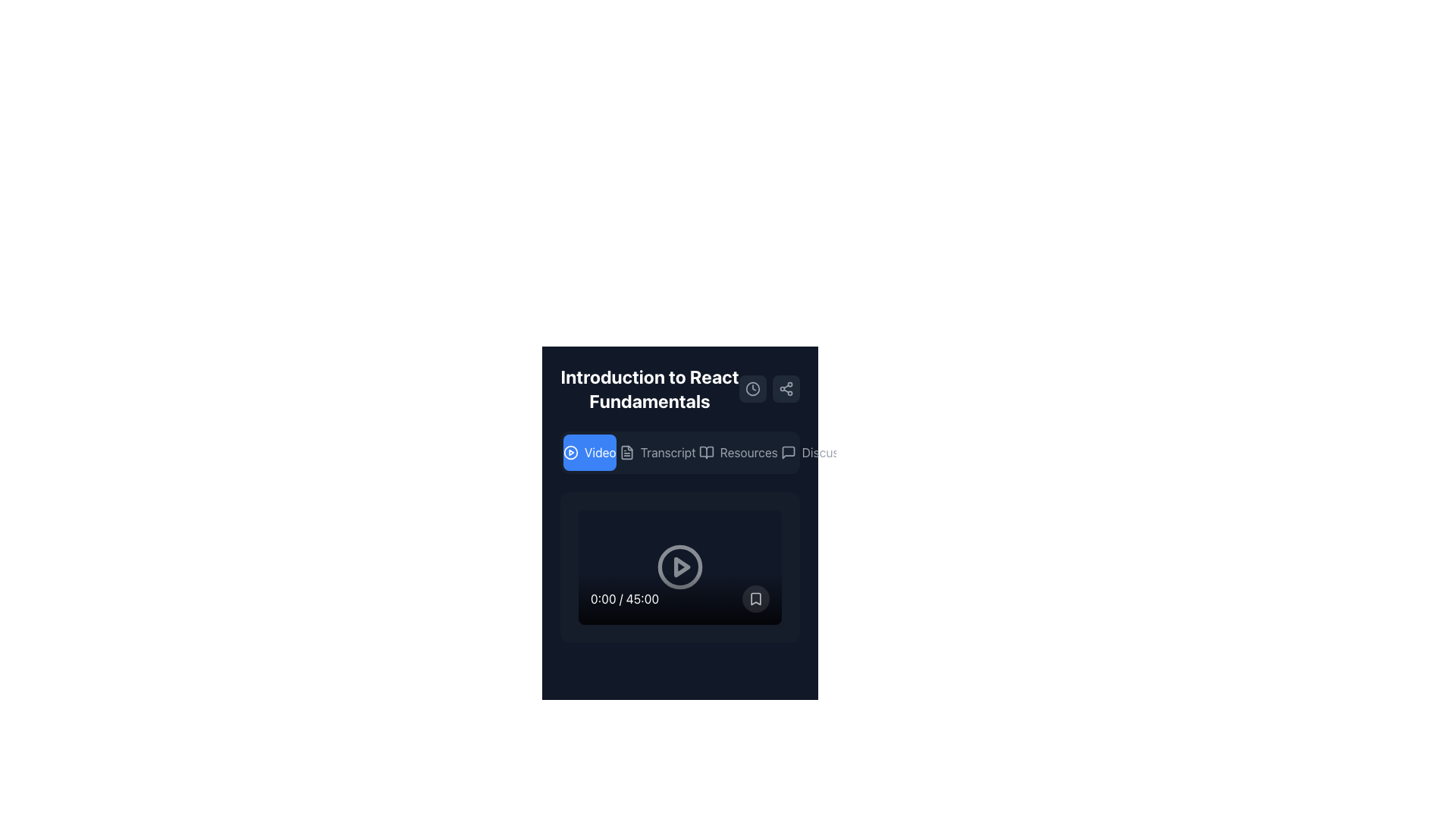 The width and height of the screenshot is (1456, 819). I want to click on the text label that is the second item in the horizontal button bar, located immediately to the right of the 'Video' item, so click(667, 452).